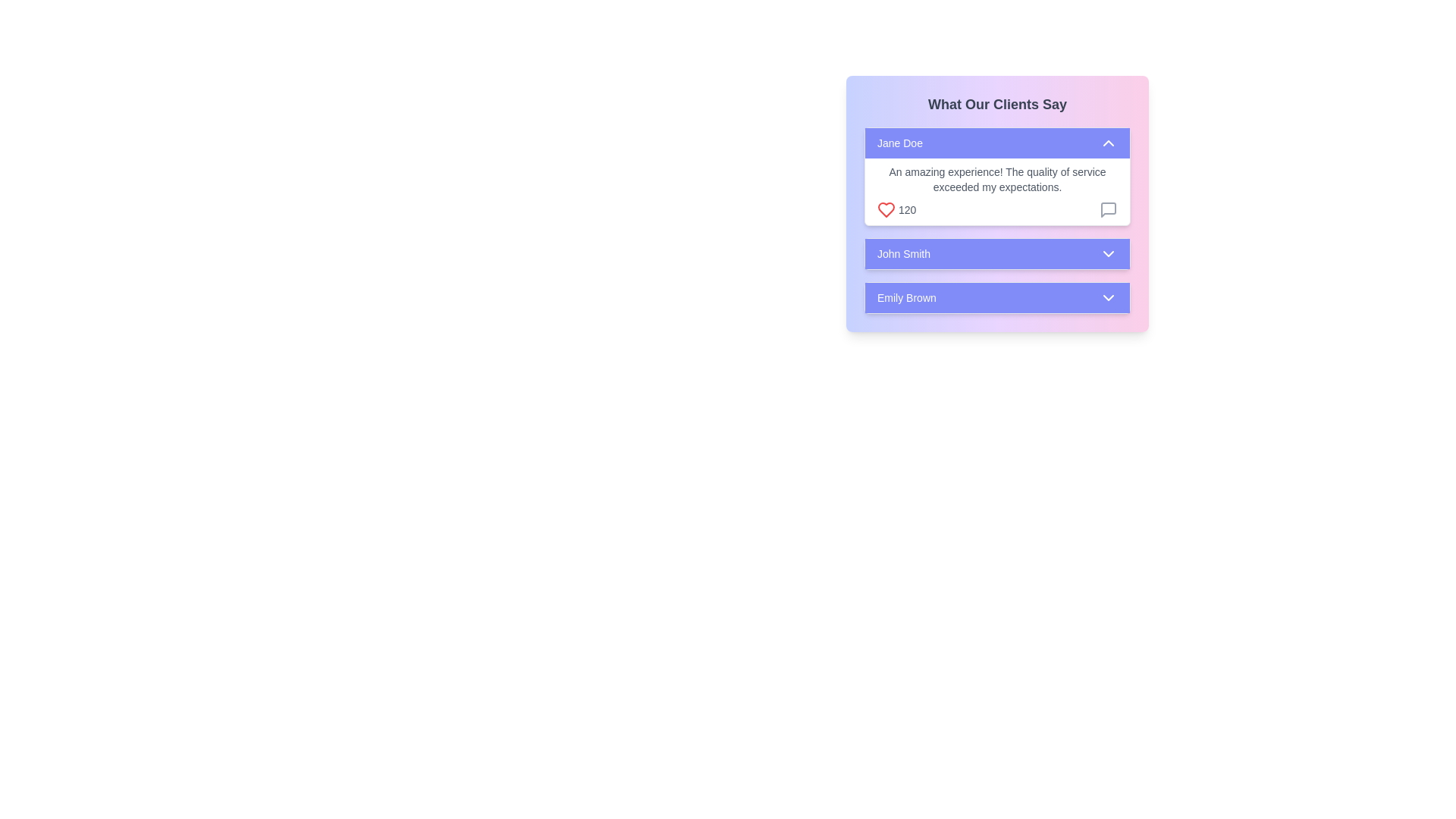  What do you see at coordinates (1109, 298) in the screenshot?
I see `the downwards chevron icon located on the right side of the 'Emily Brown' button to emphasize its functionality and reveal more context` at bounding box center [1109, 298].